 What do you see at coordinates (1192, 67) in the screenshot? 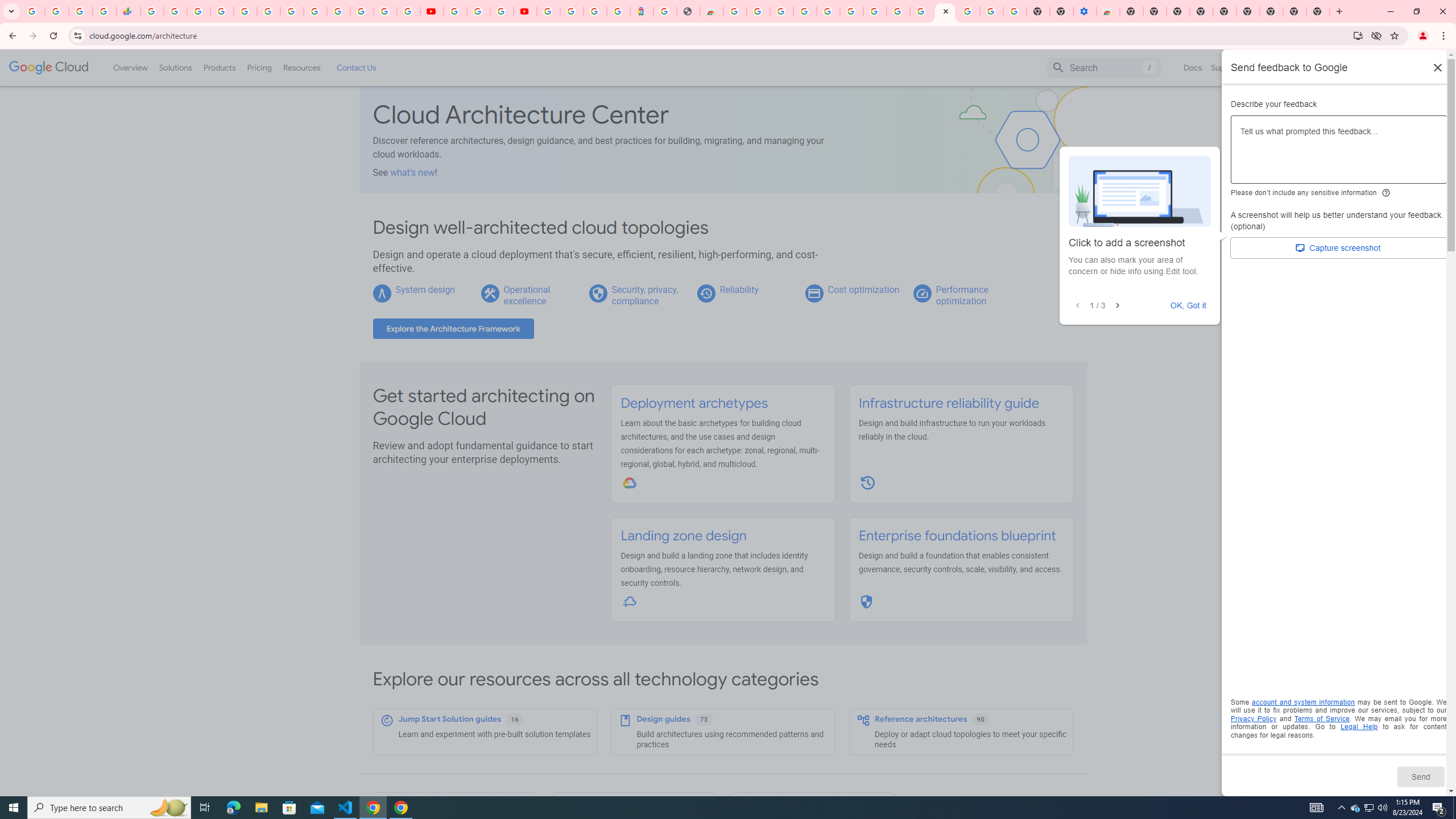
I see `'Docs'` at bounding box center [1192, 67].